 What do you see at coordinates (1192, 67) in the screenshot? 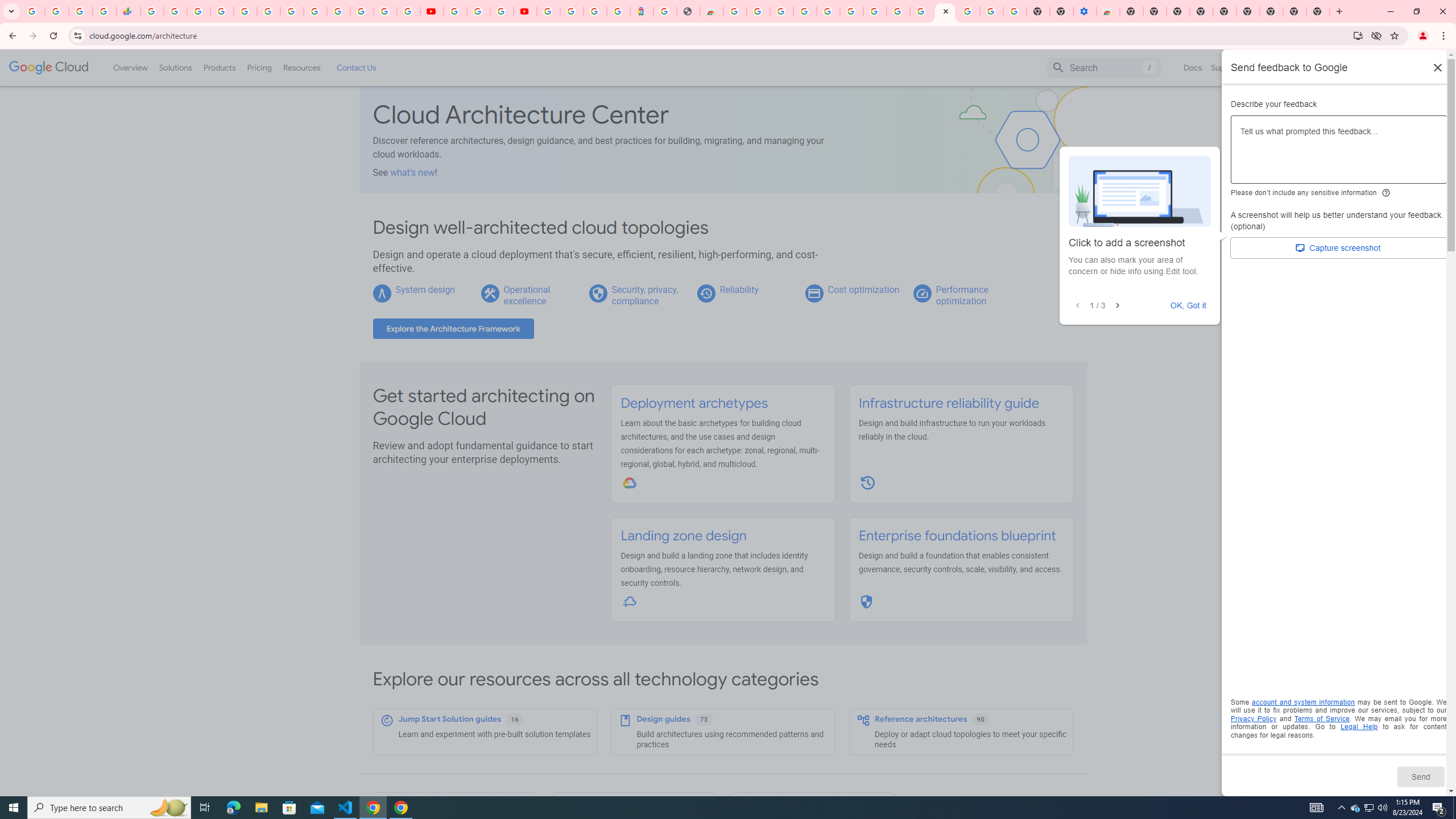
I see `'Docs'` at bounding box center [1192, 67].